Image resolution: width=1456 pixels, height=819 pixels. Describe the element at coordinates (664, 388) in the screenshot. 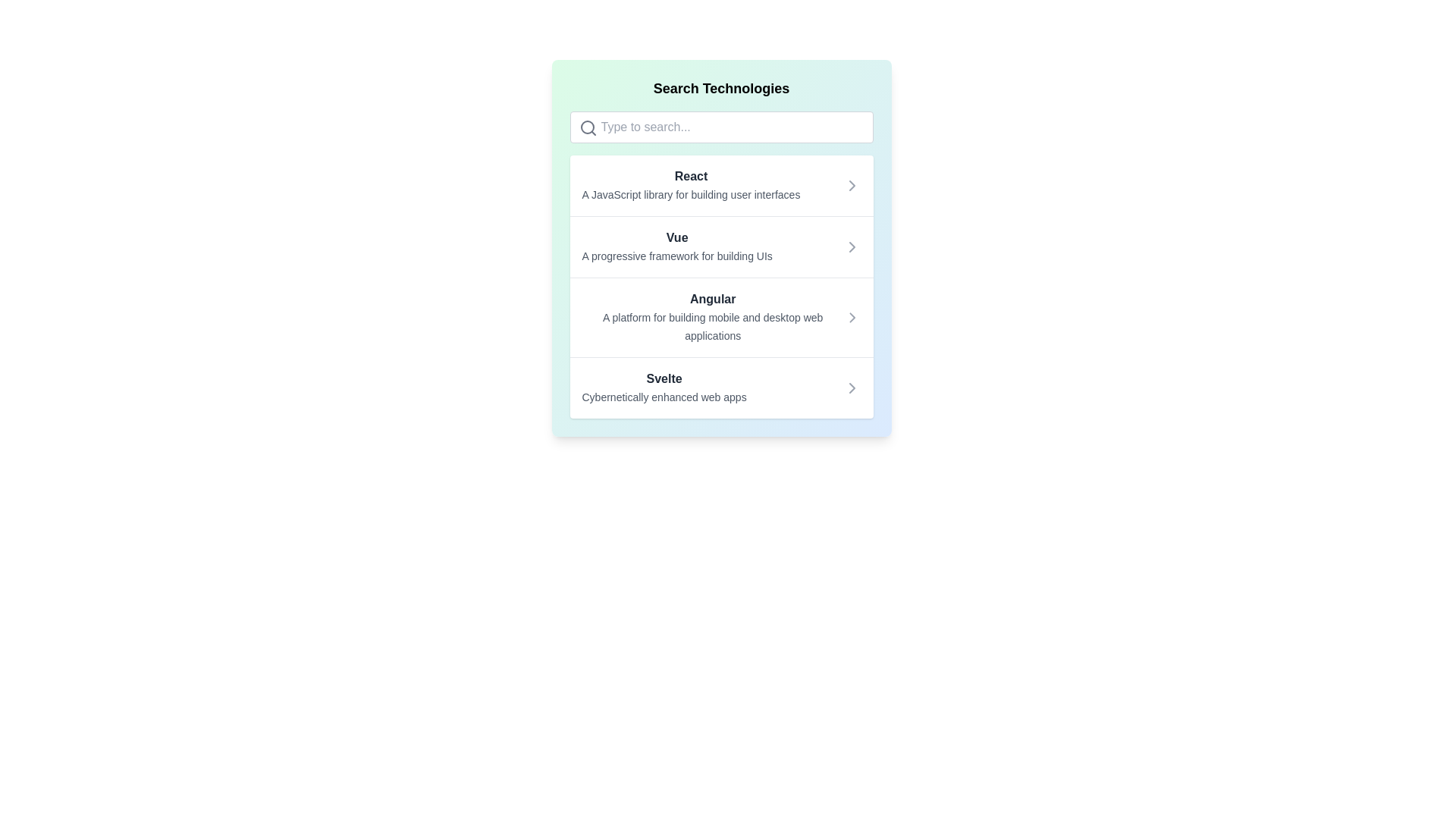

I see `the label representing the 'Svelte' technology, which is the fourth item` at that location.